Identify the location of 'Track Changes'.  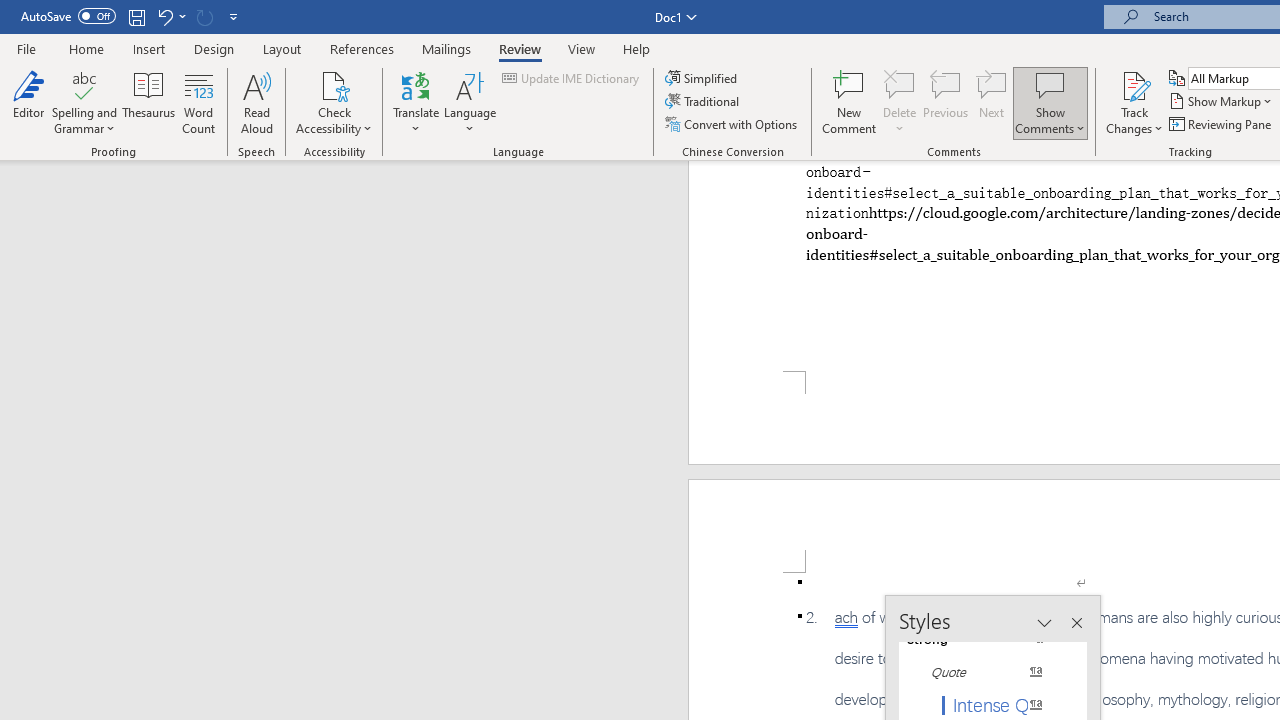
(1134, 84).